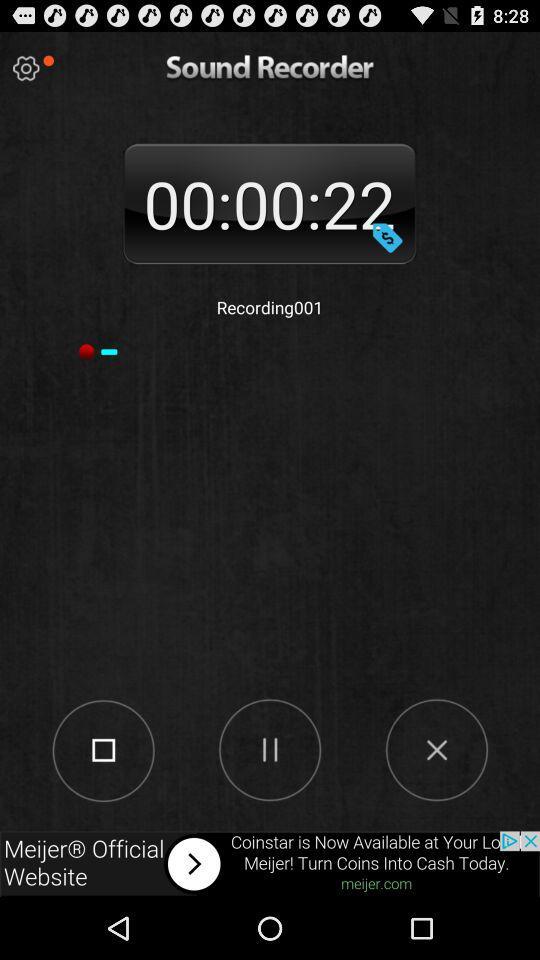 The height and width of the screenshot is (960, 540). Describe the element at coordinates (269, 748) in the screenshot. I see `the play button` at that location.